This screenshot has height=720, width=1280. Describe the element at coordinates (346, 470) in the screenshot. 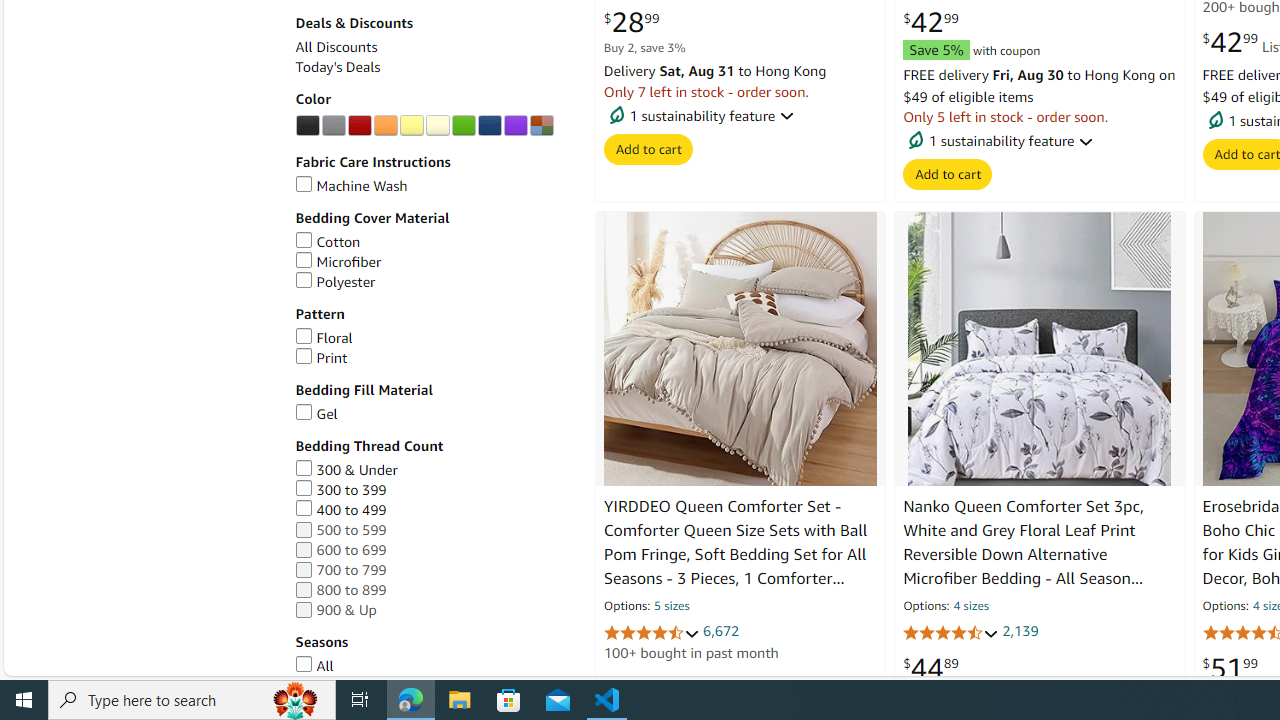

I see `'300 & Under'` at that location.